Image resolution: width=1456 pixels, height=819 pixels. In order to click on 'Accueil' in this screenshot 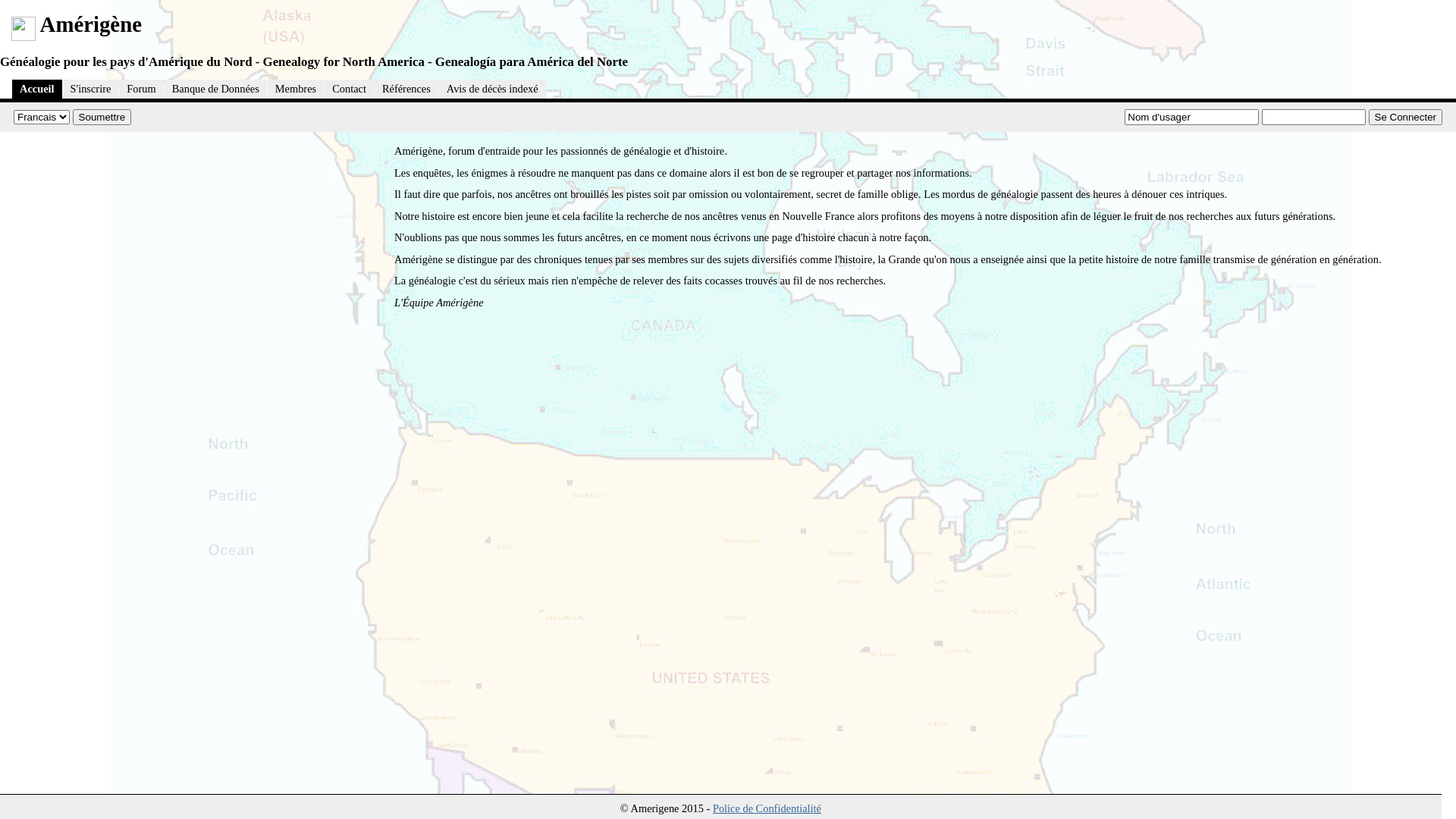, I will do `click(36, 89)`.